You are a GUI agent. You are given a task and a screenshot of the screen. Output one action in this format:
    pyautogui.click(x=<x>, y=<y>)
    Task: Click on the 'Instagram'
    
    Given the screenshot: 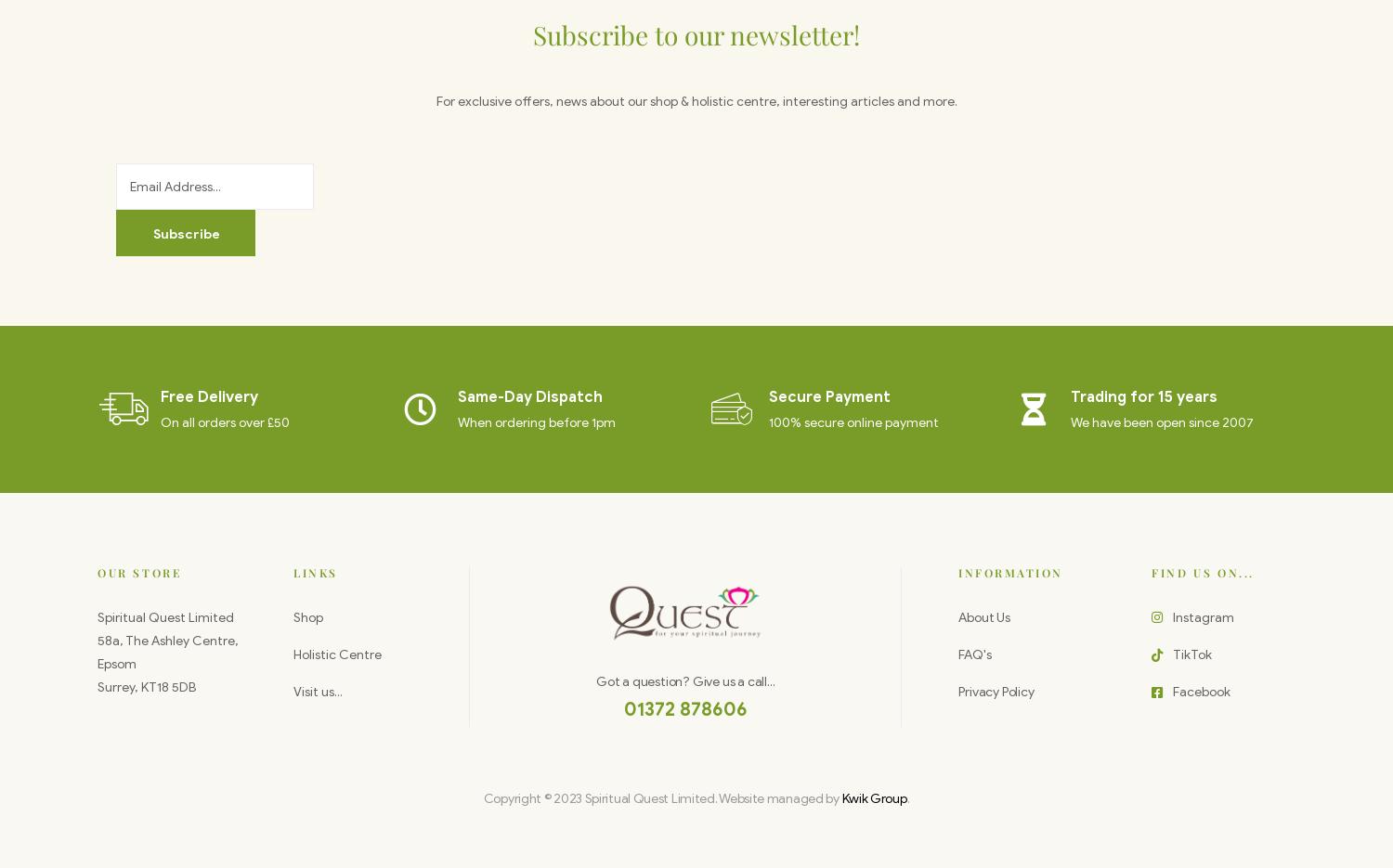 What is the action you would take?
    pyautogui.click(x=1202, y=616)
    